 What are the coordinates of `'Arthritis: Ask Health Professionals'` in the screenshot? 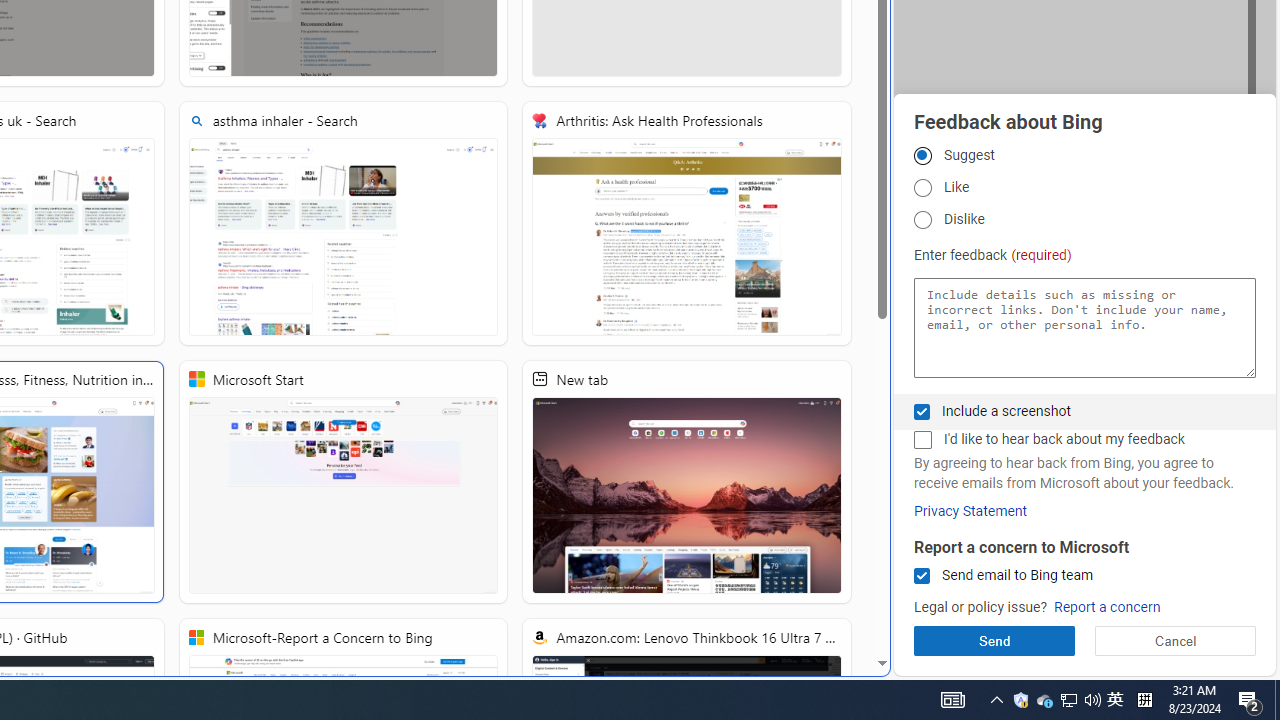 It's located at (687, 223).